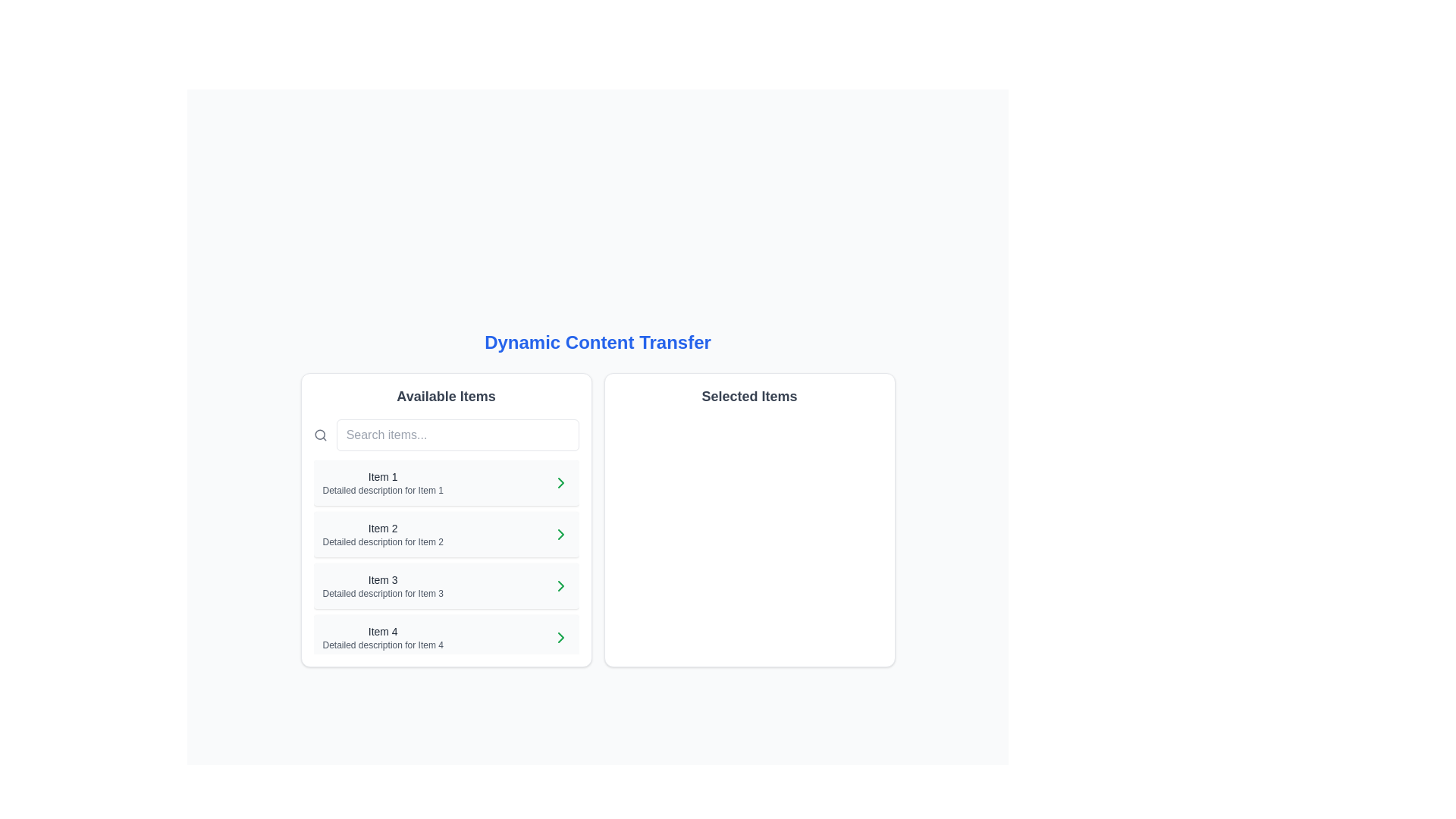  I want to click on the right-facing green chevron button located to the right of 'Item 2' in the 'Available Items' section, so click(560, 534).